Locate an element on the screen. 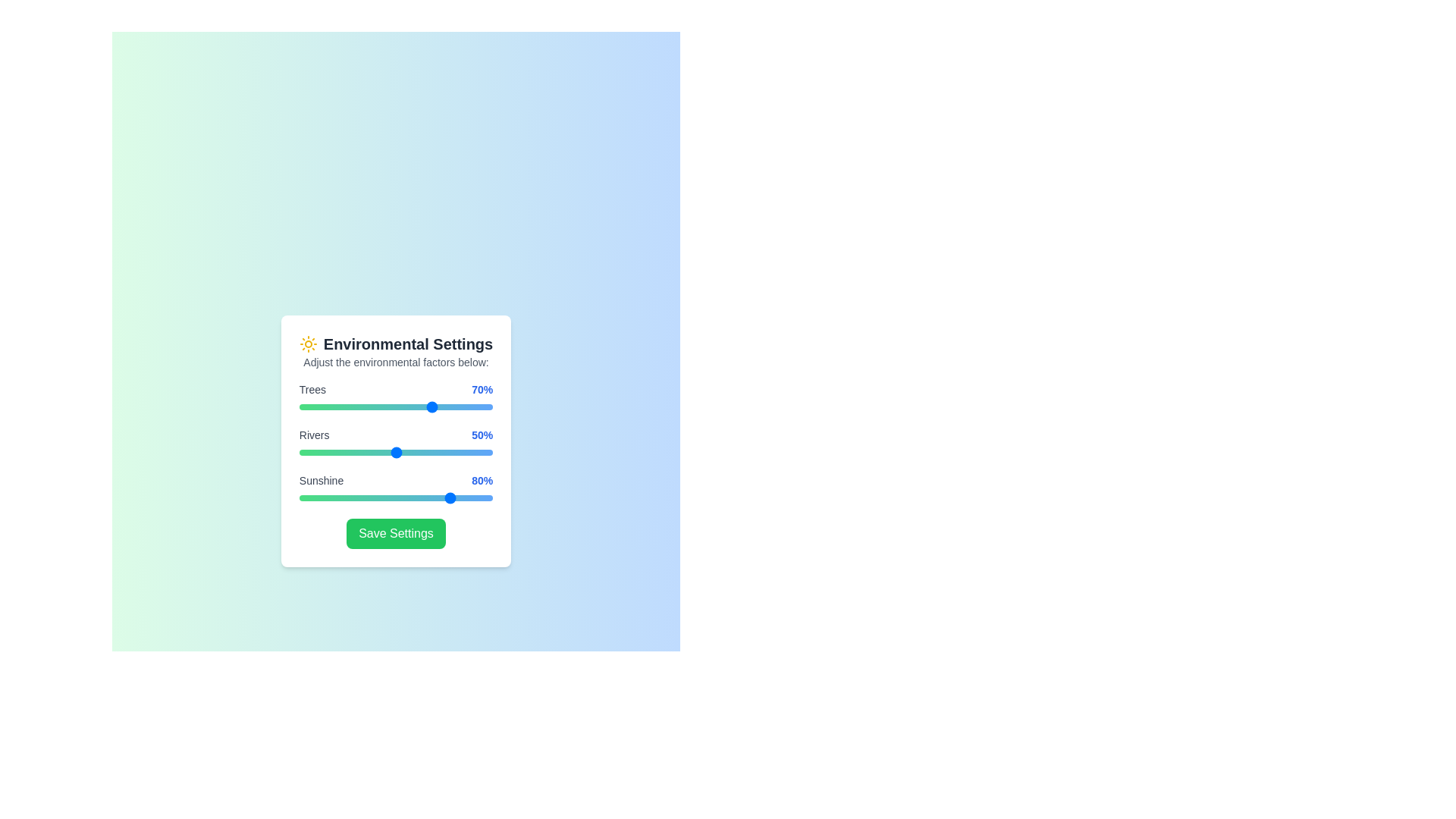 This screenshot has width=1456, height=819. the 0 slider to 62% is located at coordinates (419, 406).